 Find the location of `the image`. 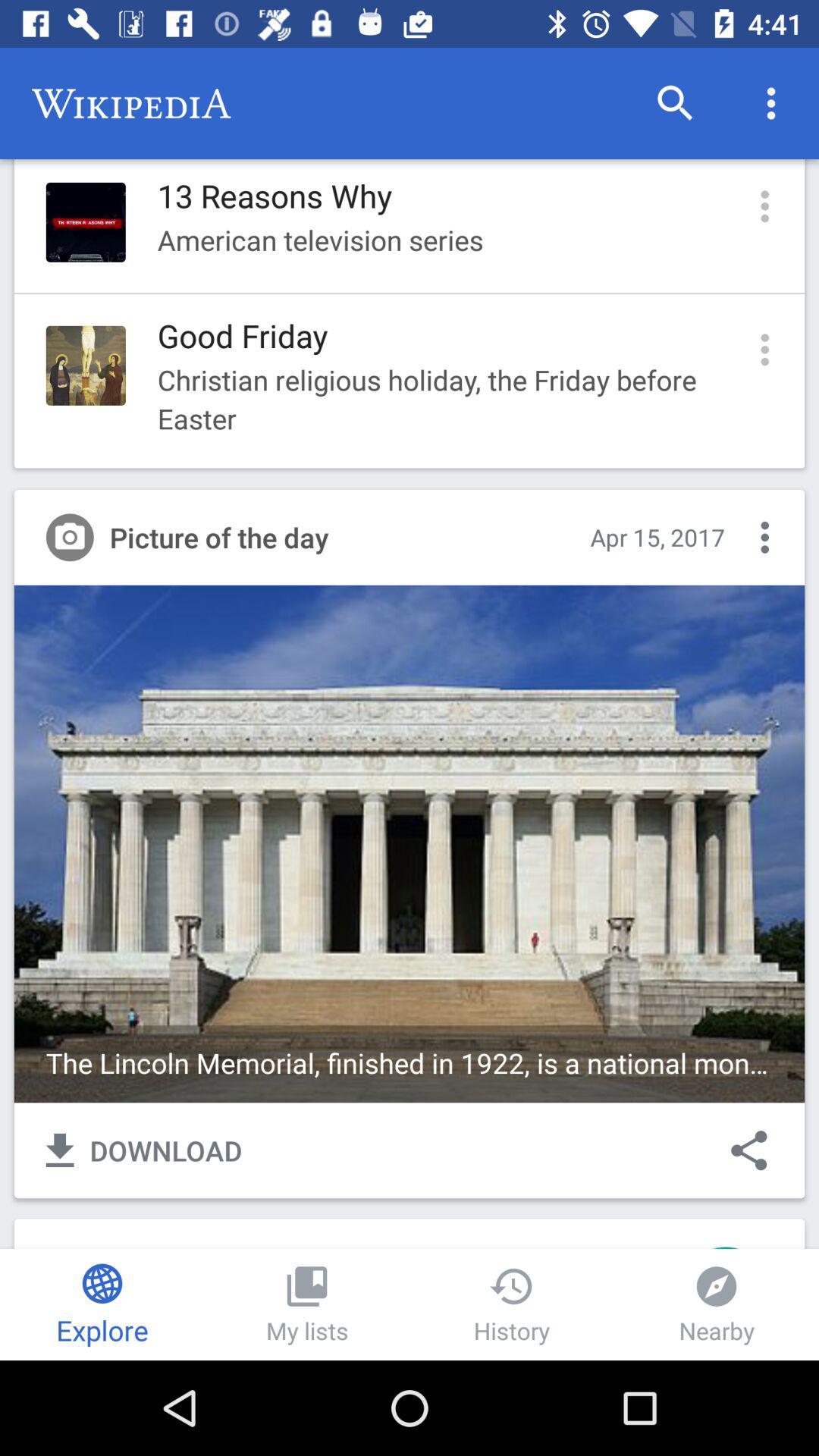

the image is located at coordinates (409, 843).